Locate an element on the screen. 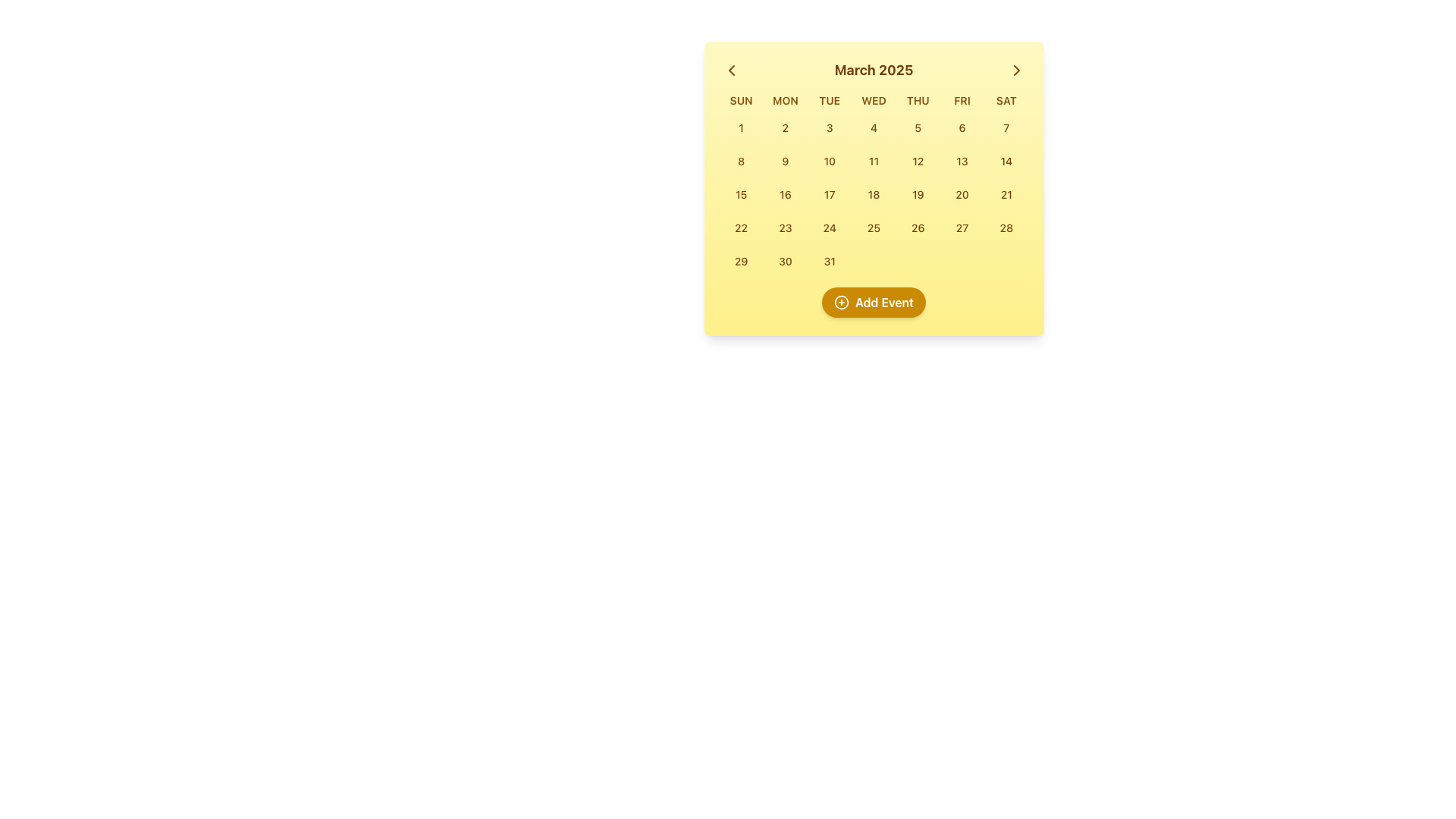  the calendar date cell representing the 15th day of the month is located at coordinates (741, 194).